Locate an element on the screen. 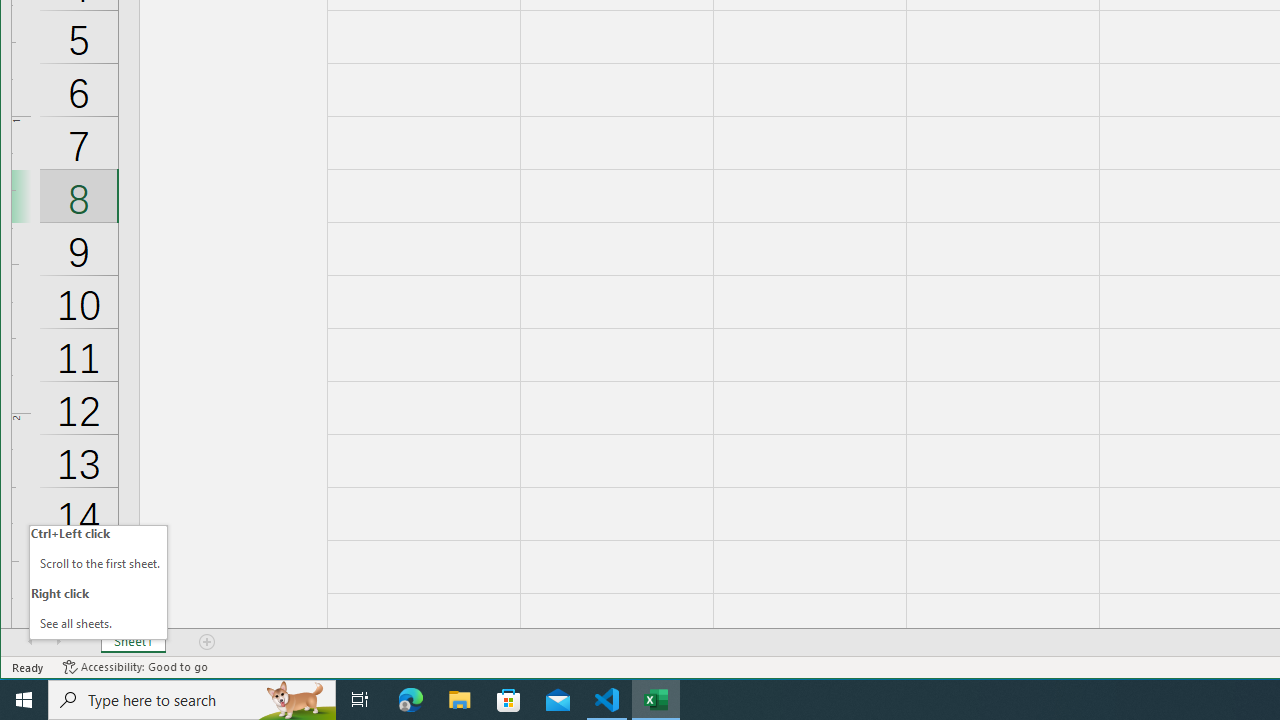 The image size is (1280, 720). 'File Explorer' is located at coordinates (459, 698).